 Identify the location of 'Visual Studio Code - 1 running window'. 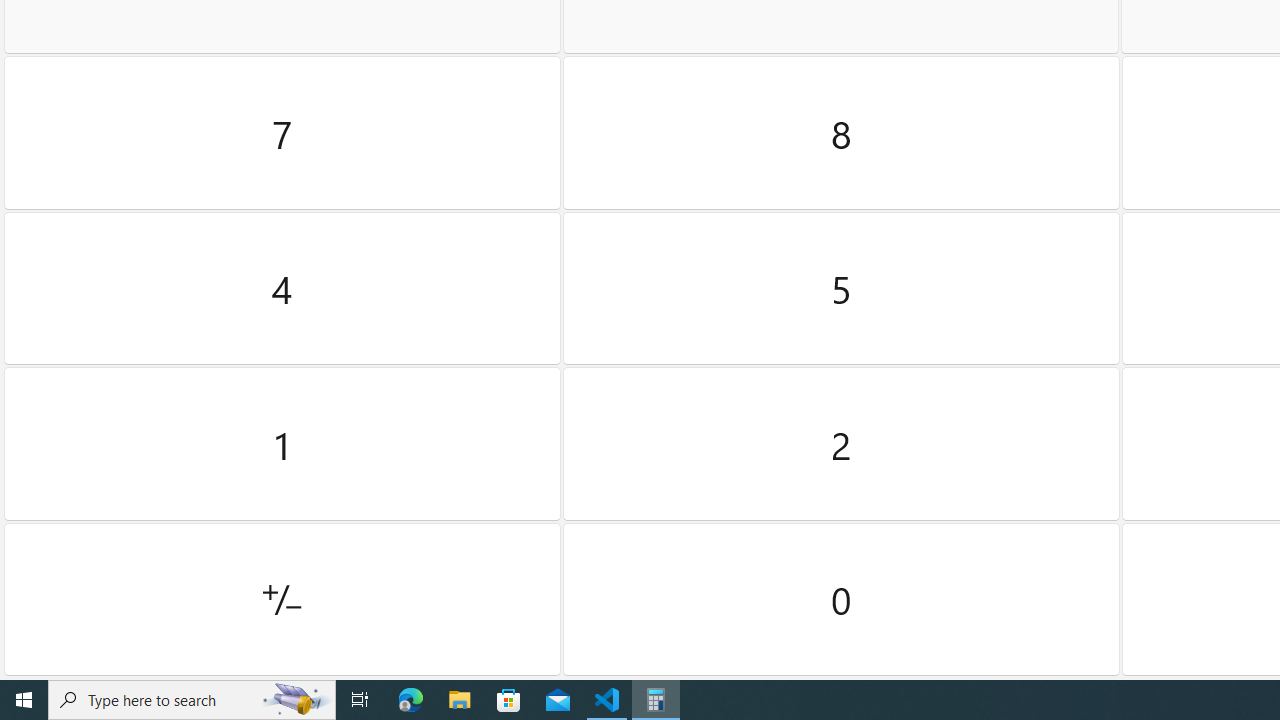
(606, 698).